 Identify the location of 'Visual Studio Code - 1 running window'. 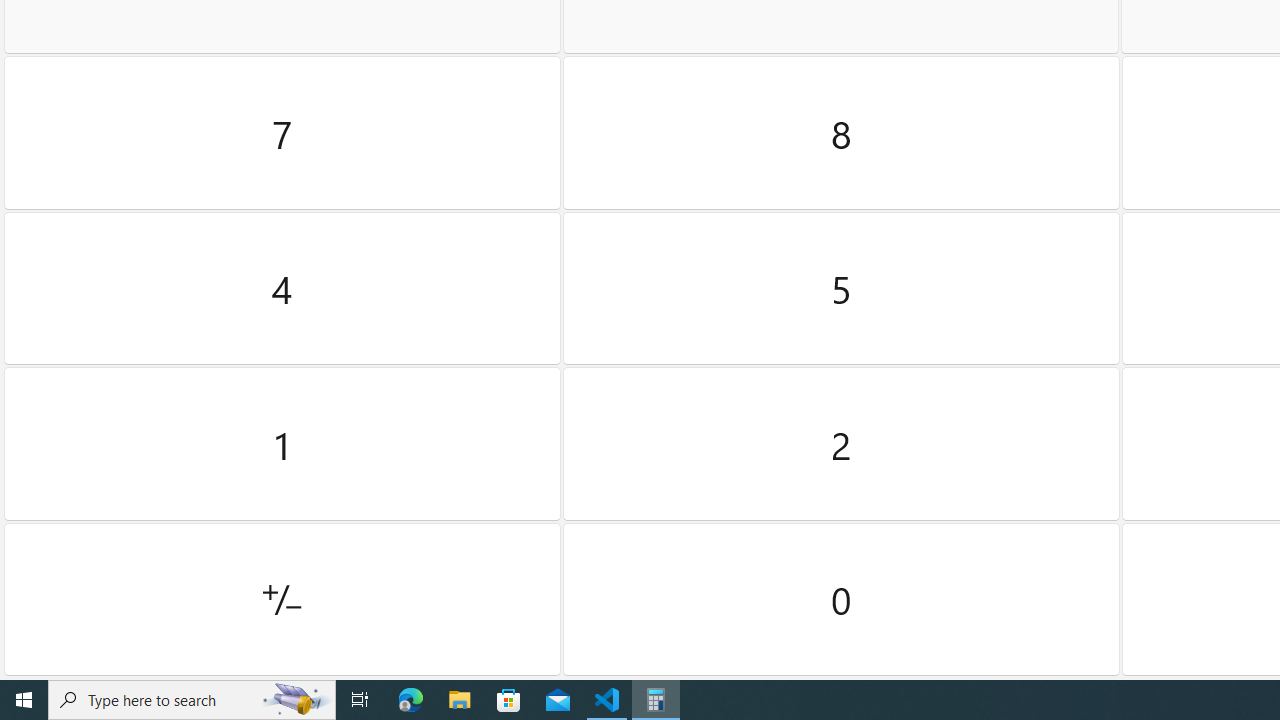
(606, 698).